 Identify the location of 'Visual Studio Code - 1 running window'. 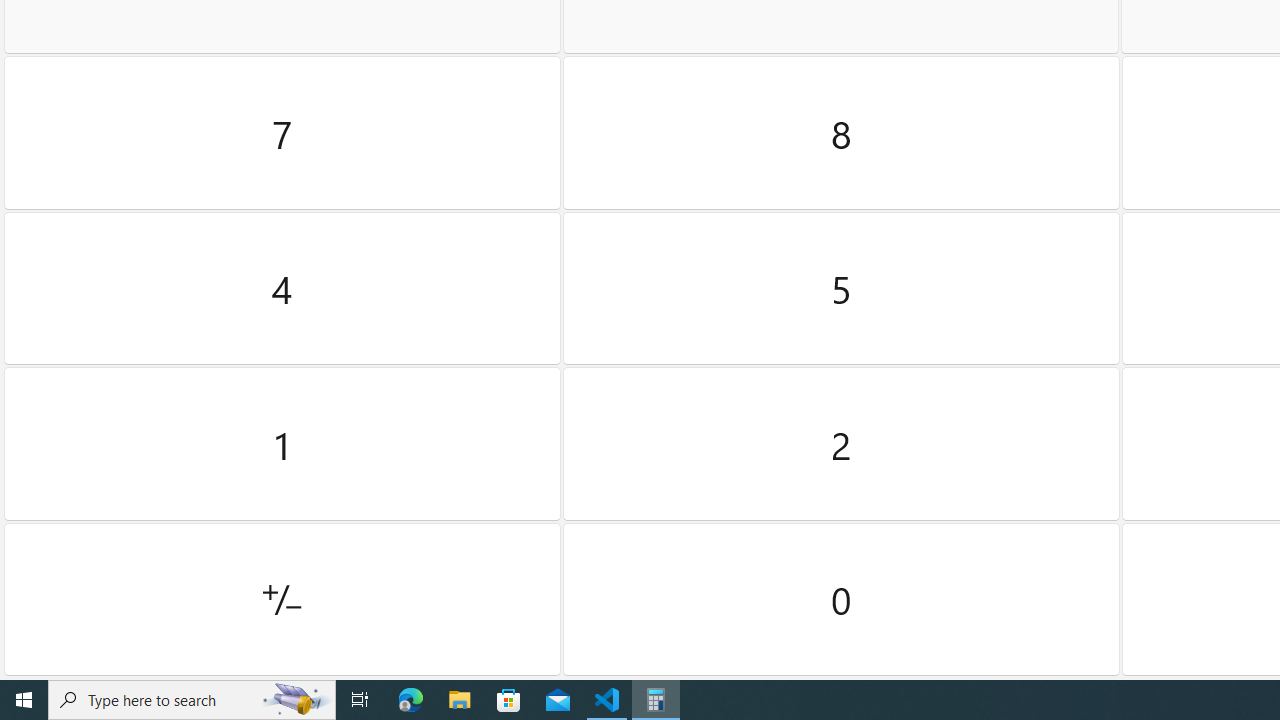
(606, 698).